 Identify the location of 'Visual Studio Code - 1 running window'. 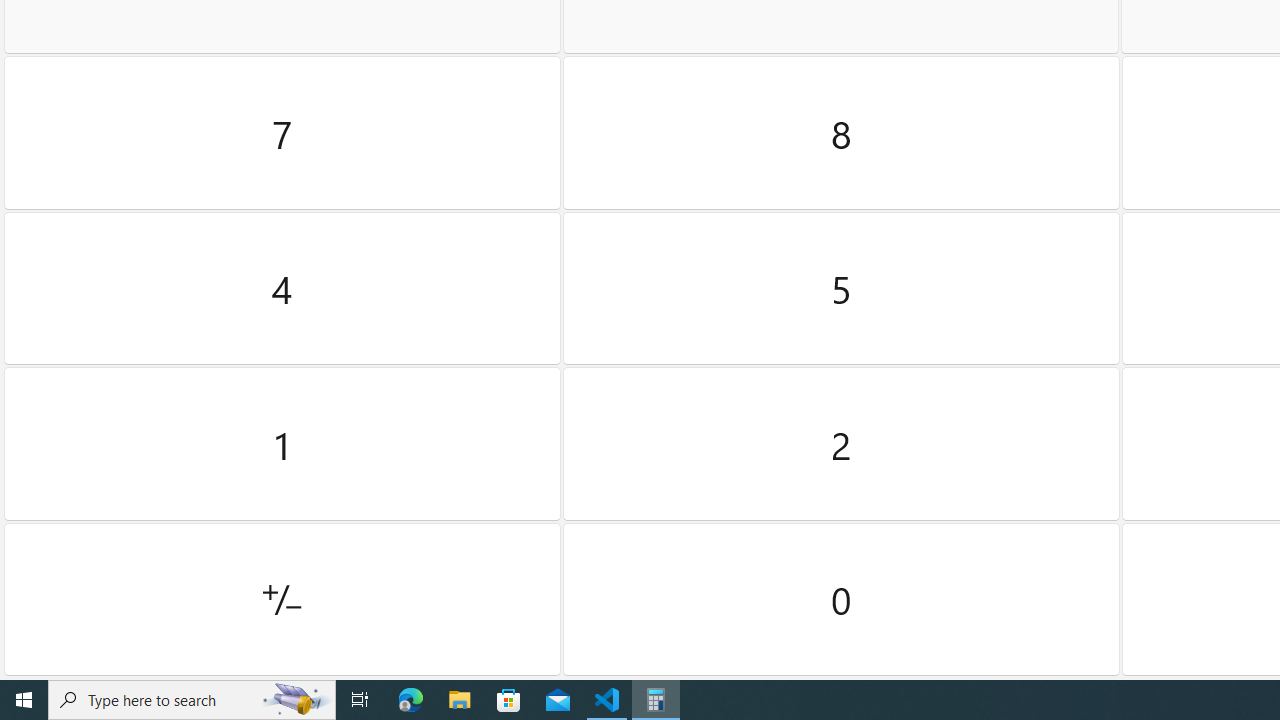
(606, 698).